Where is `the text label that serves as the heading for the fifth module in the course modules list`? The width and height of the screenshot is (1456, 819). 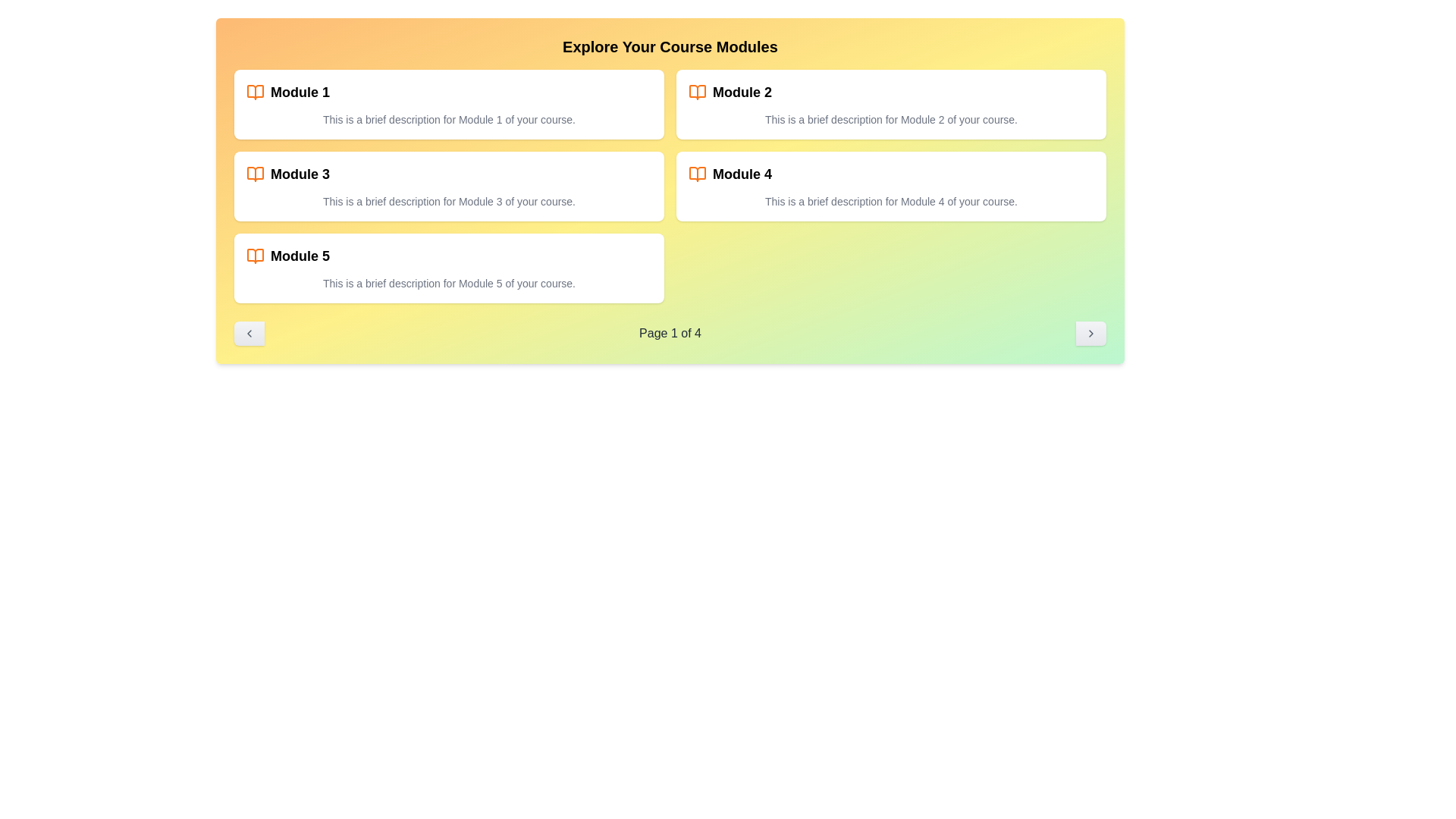 the text label that serves as the heading for the fifth module in the course modules list is located at coordinates (300, 256).